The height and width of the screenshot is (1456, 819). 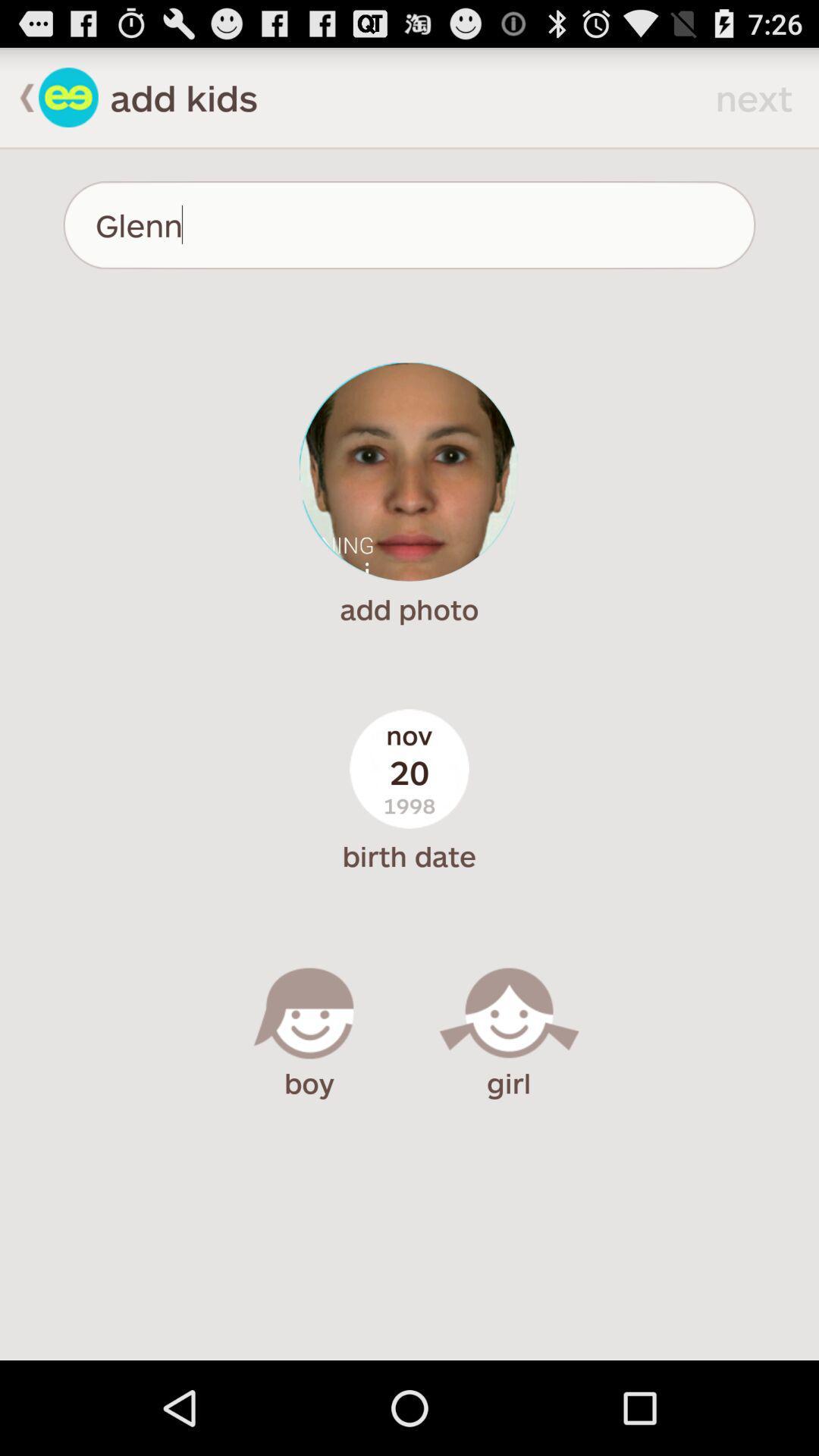 What do you see at coordinates (68, 96) in the screenshot?
I see `kids` at bounding box center [68, 96].